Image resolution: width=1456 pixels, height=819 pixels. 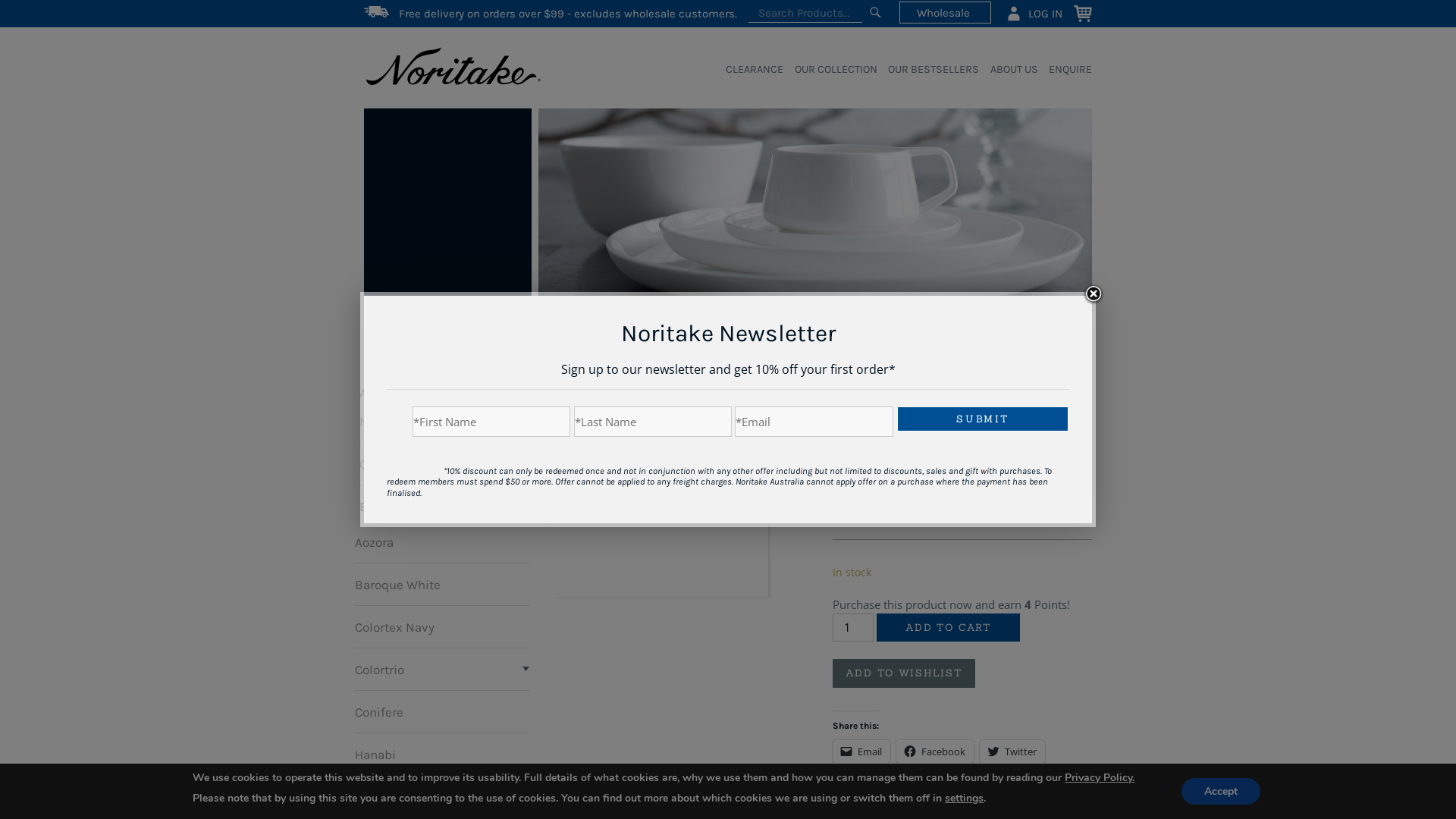 I want to click on 'OUR COLLECTION', so click(x=829, y=70).